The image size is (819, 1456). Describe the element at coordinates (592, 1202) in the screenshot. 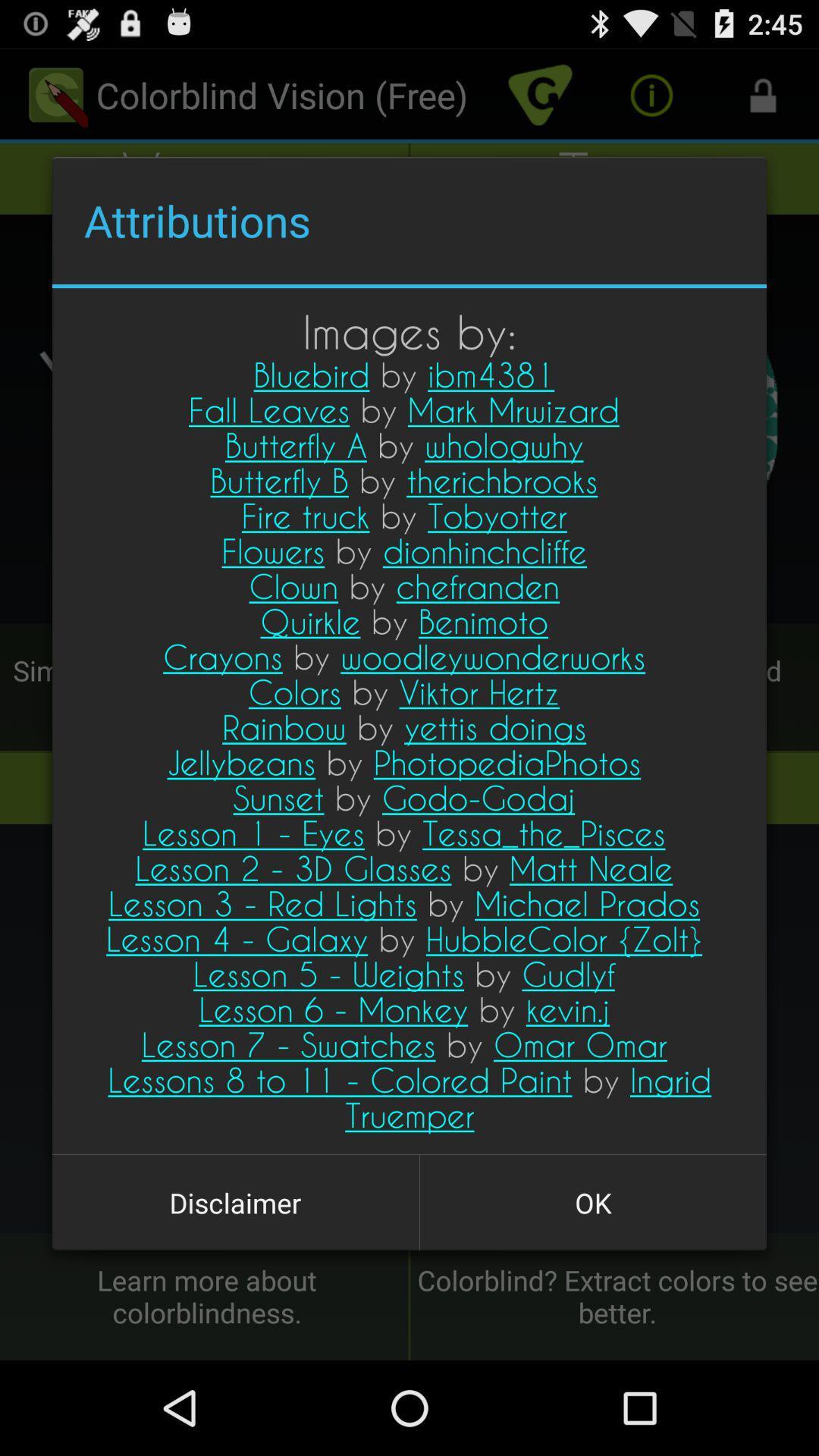

I see `ok icon` at that location.